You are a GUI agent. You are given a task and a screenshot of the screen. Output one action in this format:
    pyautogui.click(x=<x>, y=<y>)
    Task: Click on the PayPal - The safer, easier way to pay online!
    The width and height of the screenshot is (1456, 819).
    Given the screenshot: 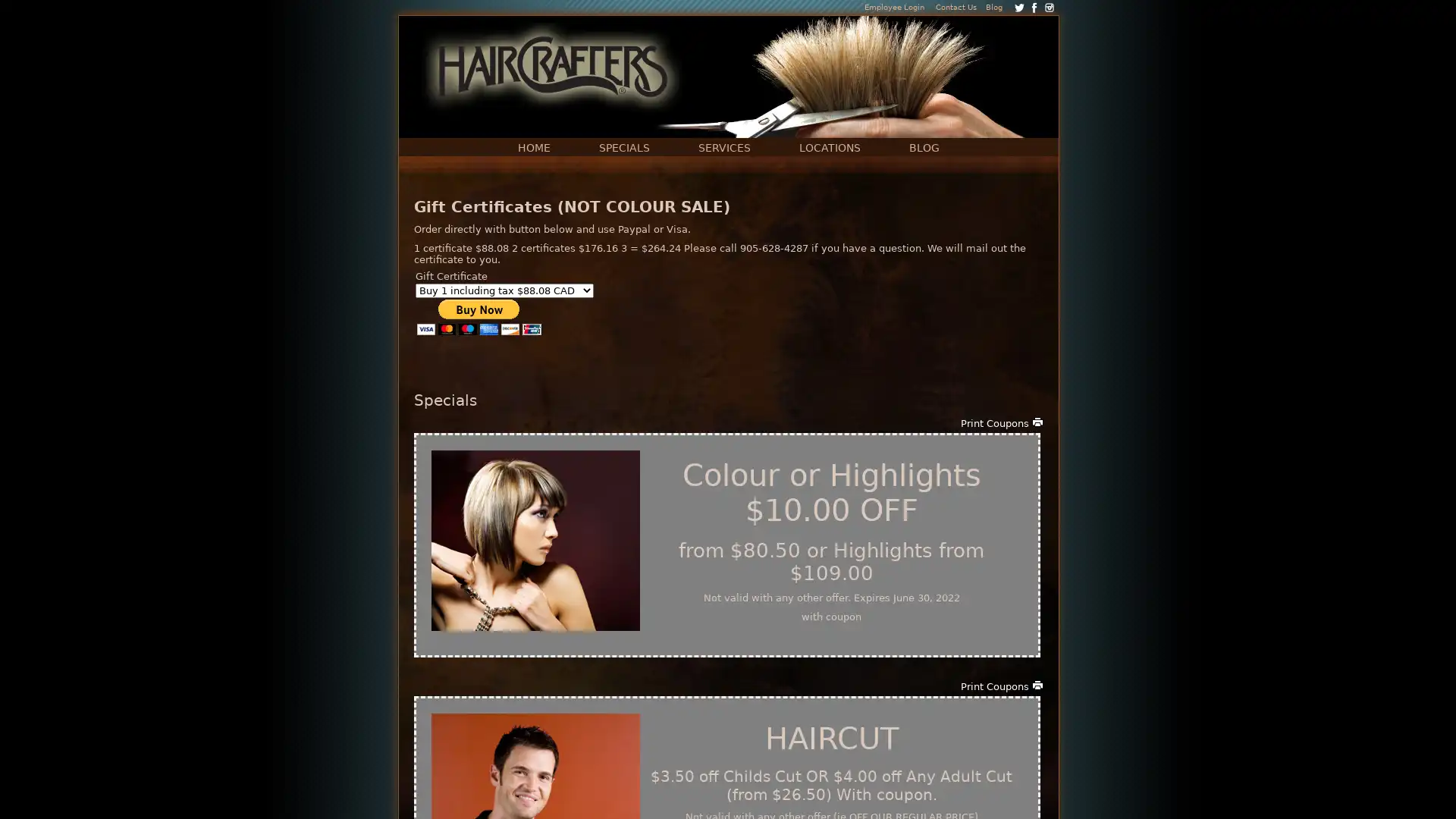 What is the action you would take?
    pyautogui.click(x=478, y=316)
    